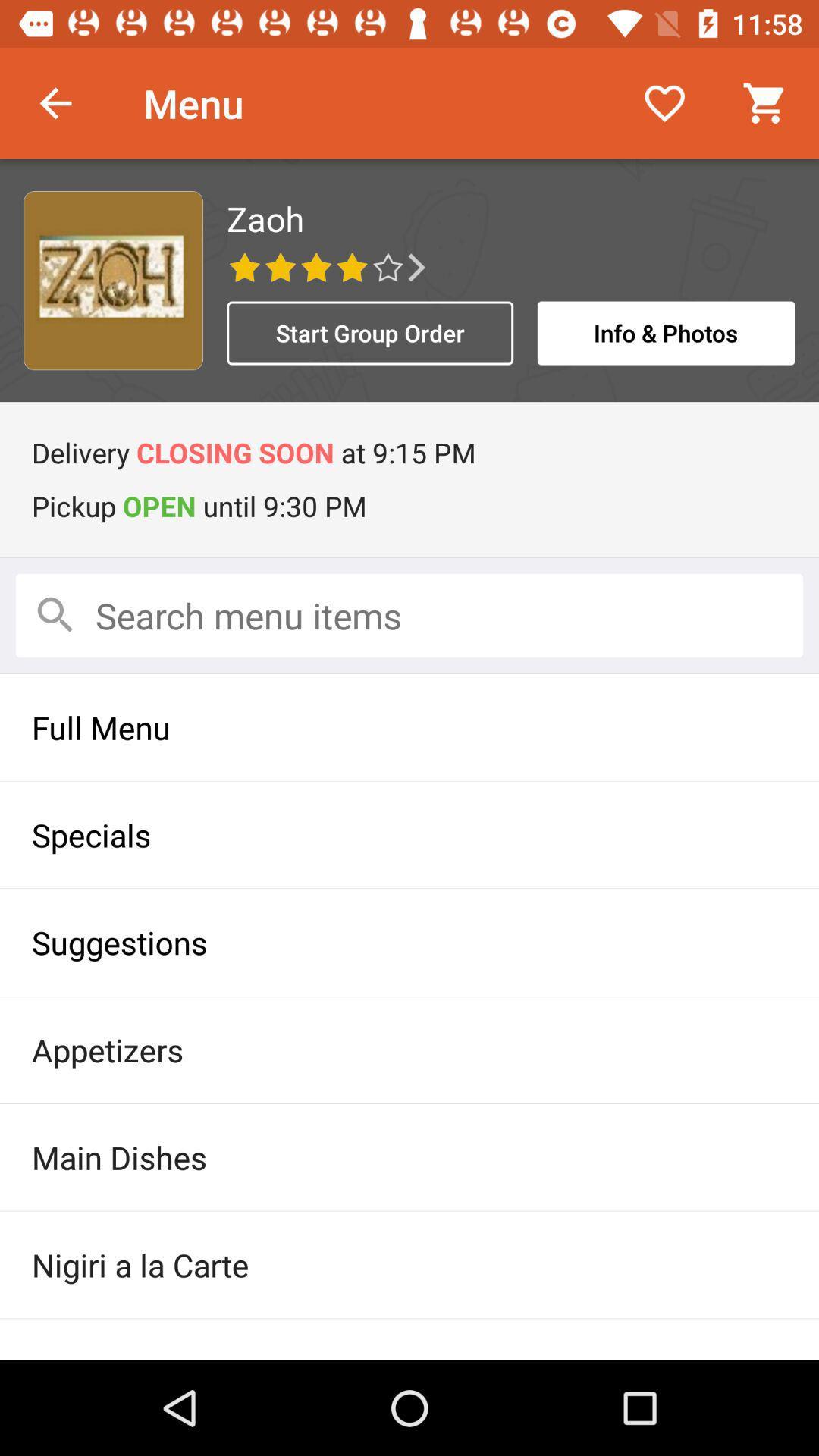 This screenshot has width=819, height=1456. What do you see at coordinates (409, 833) in the screenshot?
I see `specials` at bounding box center [409, 833].